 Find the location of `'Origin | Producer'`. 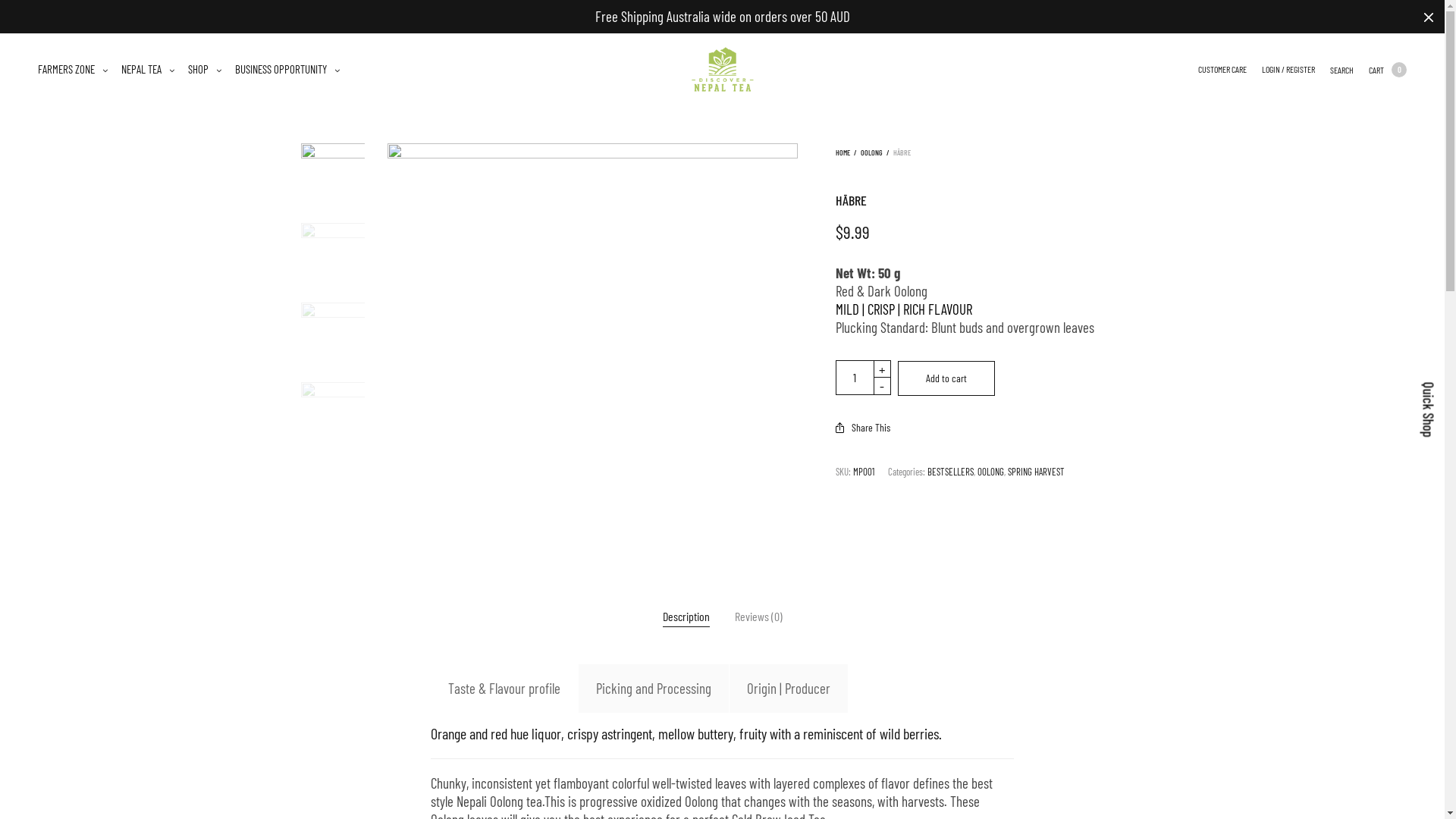

'Origin | Producer' is located at coordinates (789, 688).